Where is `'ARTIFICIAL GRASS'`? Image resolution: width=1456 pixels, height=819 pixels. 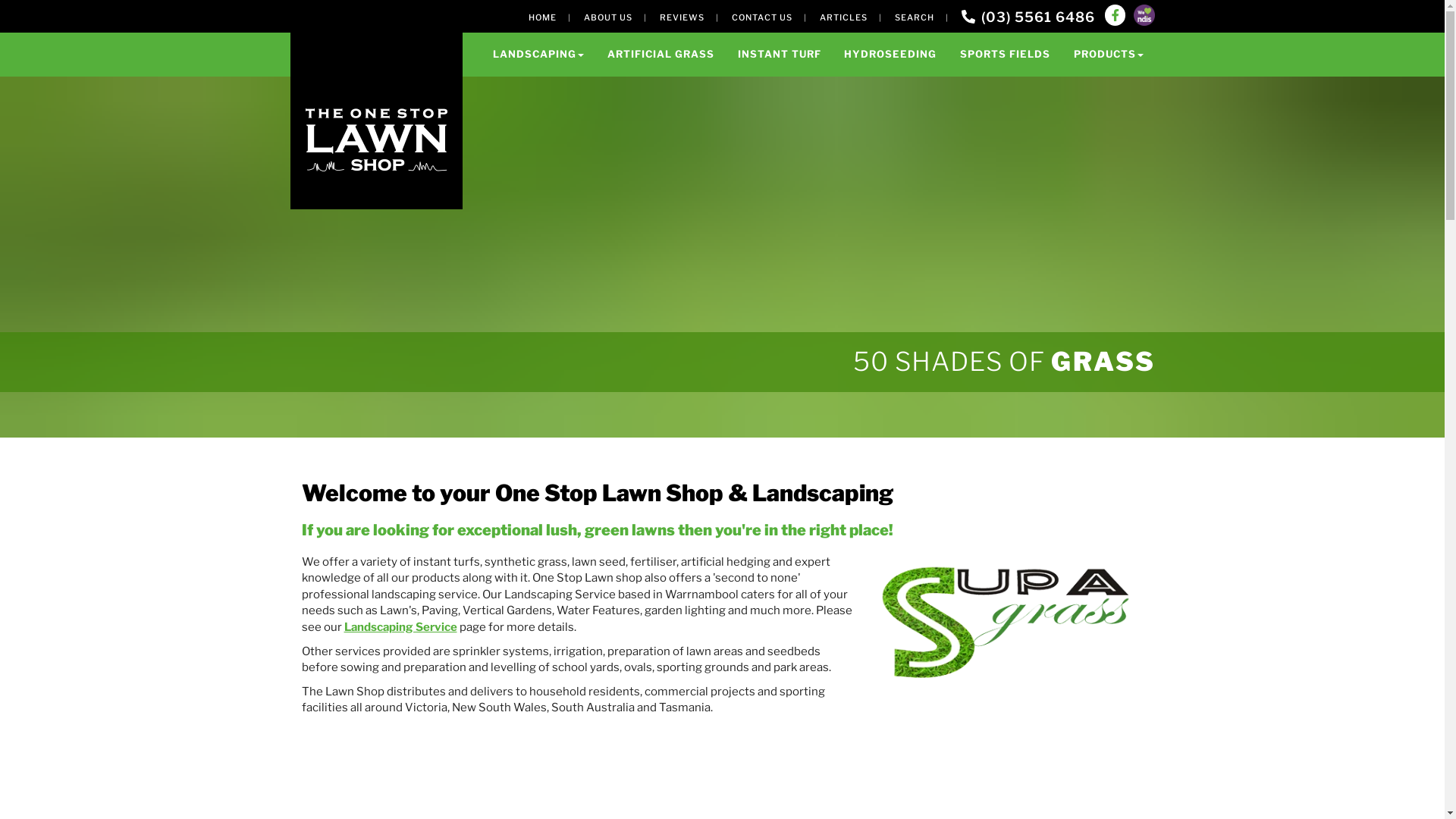
'ARTIFICIAL GRASS' is located at coordinates (660, 54).